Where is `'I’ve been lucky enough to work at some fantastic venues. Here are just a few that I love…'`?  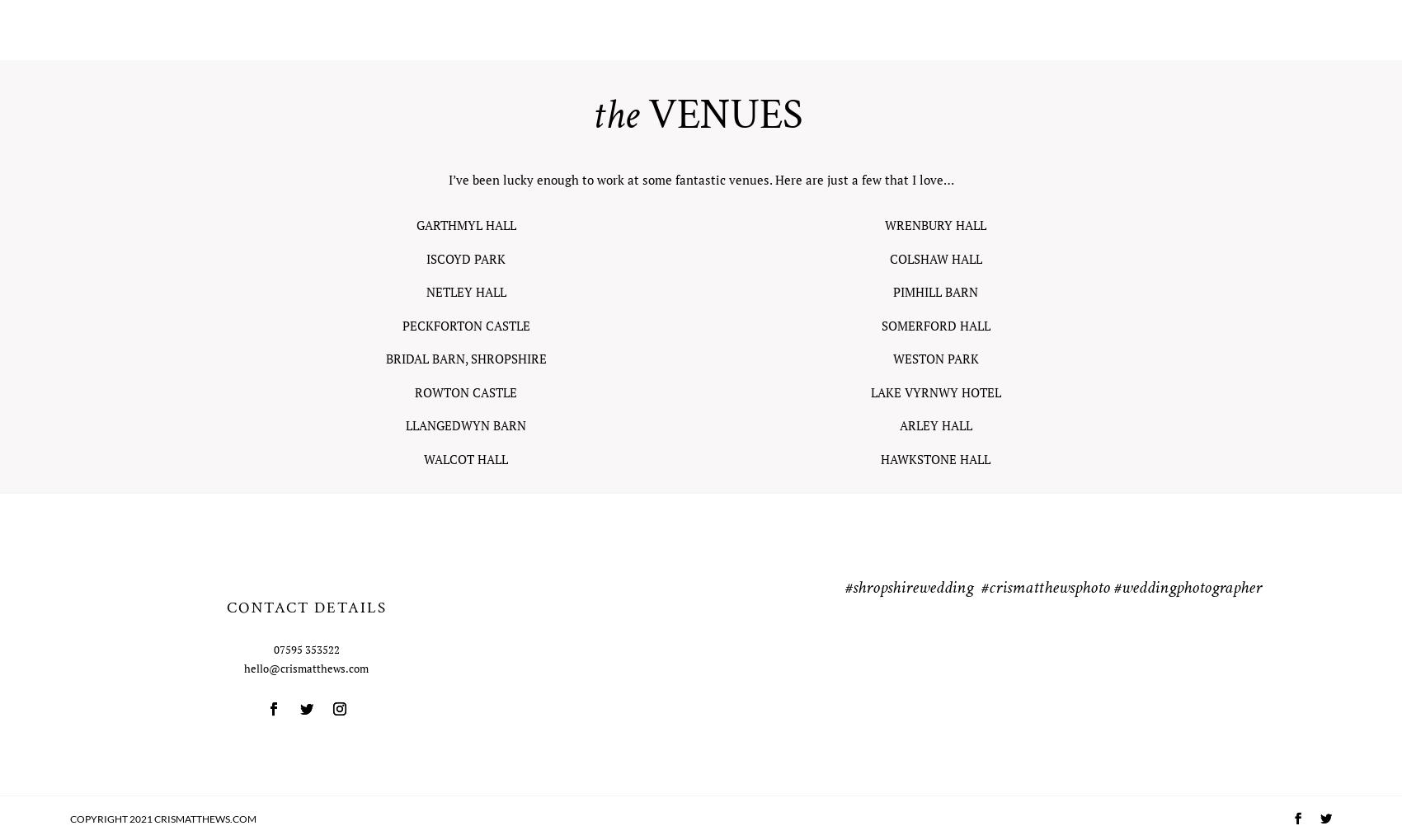
'I’ve been lucky enough to work at some fantastic venues. Here are just a few that I love…' is located at coordinates (446, 178).